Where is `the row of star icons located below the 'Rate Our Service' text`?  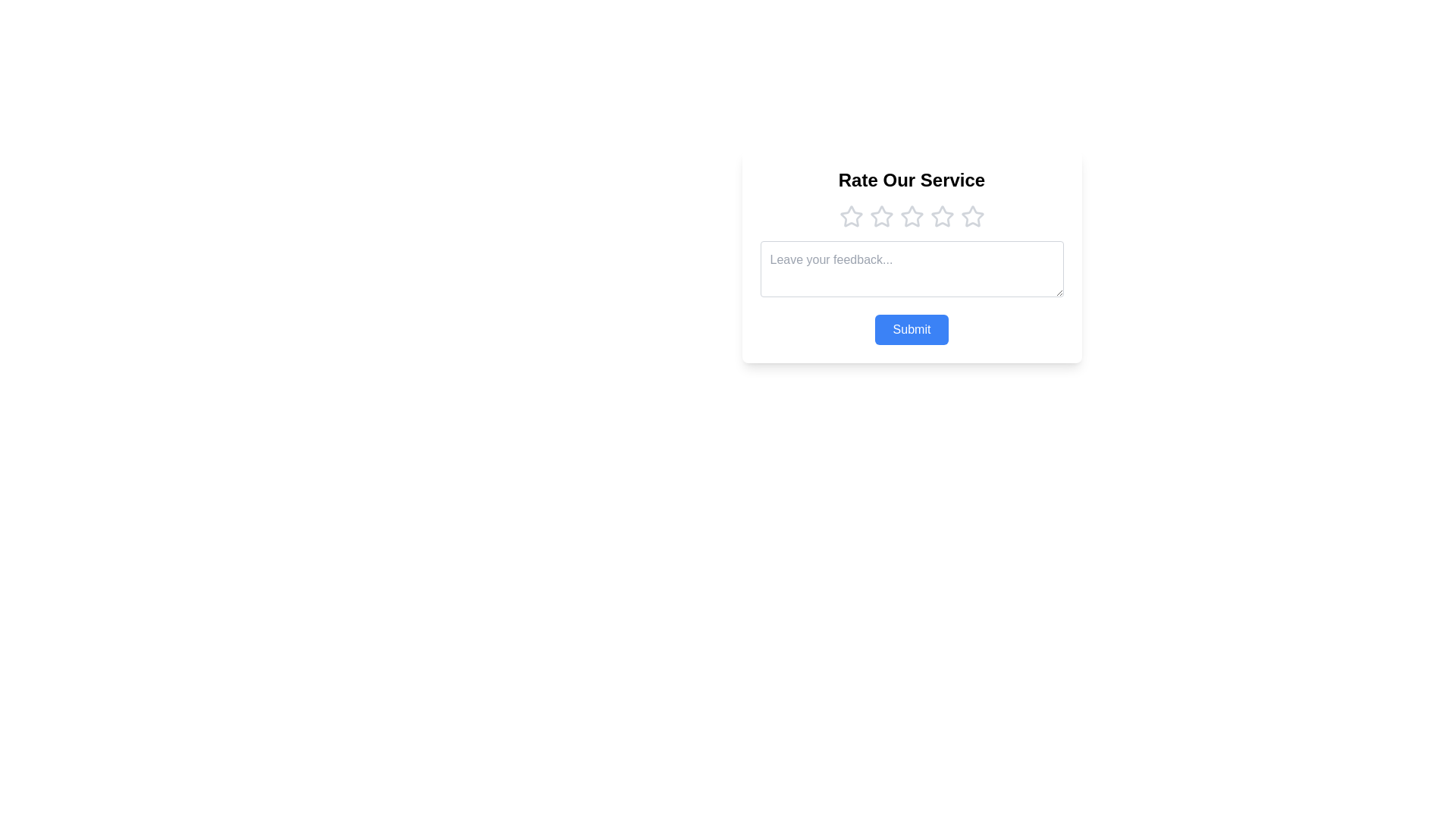 the row of star icons located below the 'Rate Our Service' text is located at coordinates (911, 216).